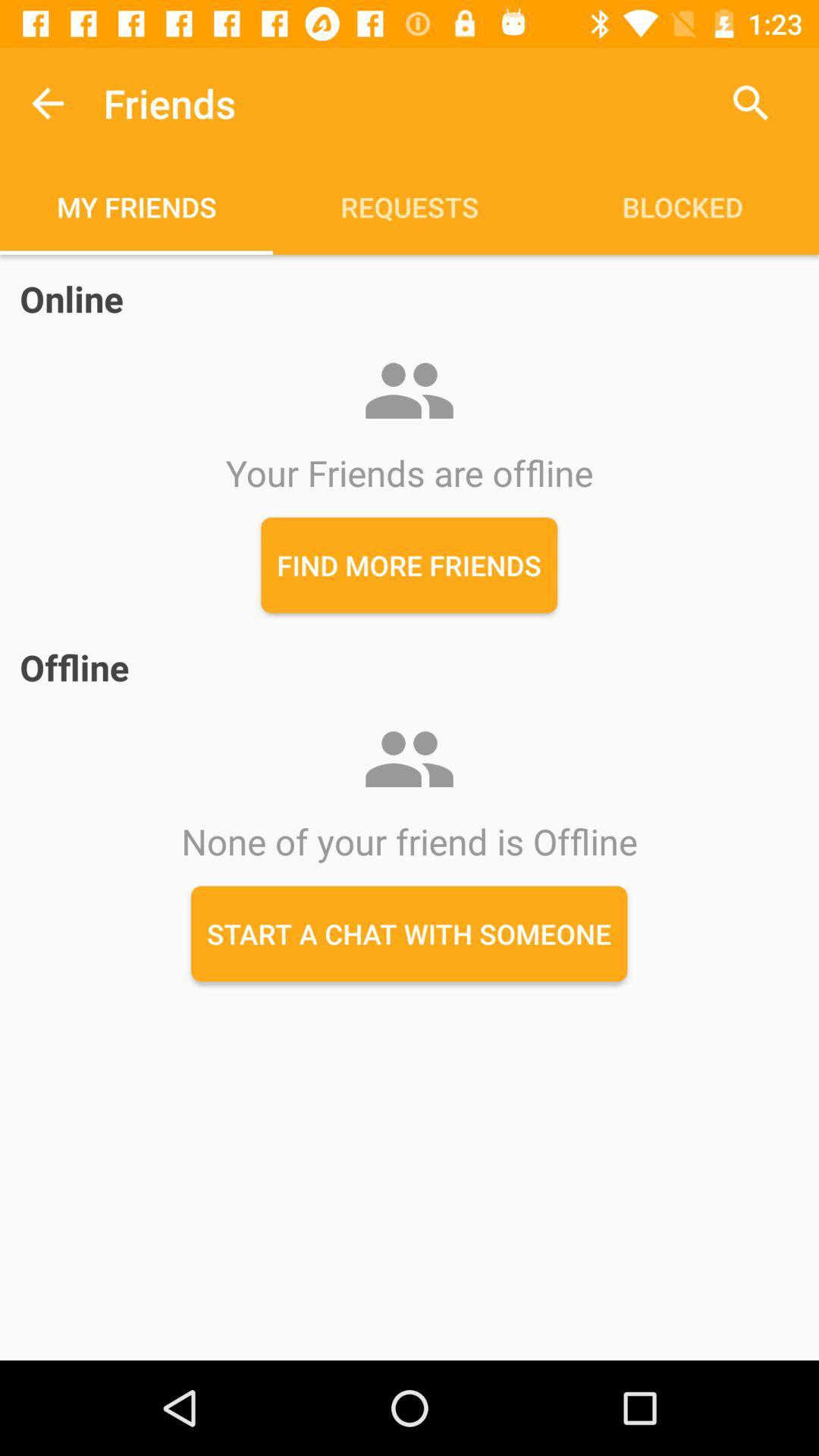 The image size is (819, 1456). What do you see at coordinates (408, 564) in the screenshot?
I see `find more friends` at bounding box center [408, 564].